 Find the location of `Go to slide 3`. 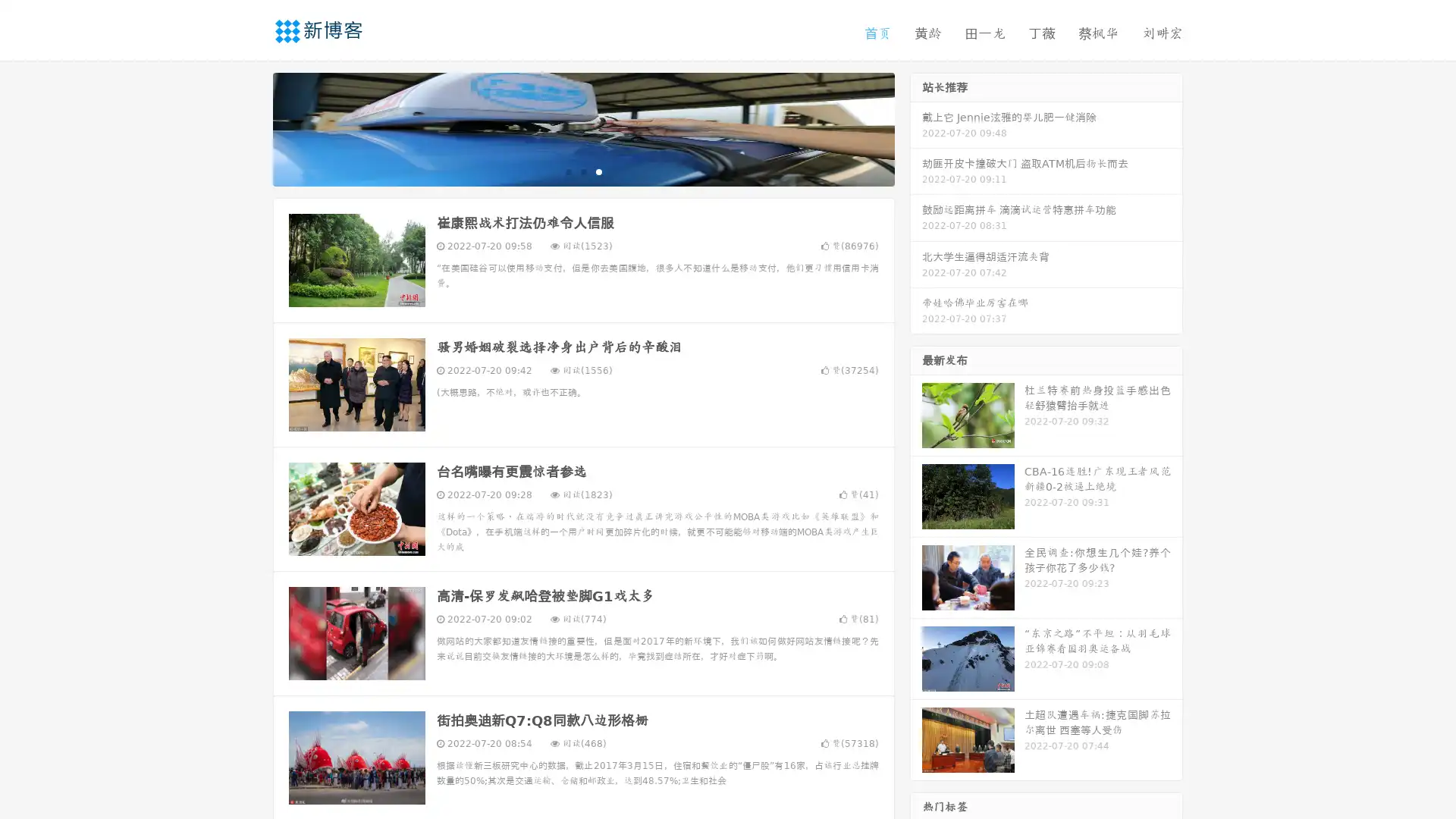

Go to slide 3 is located at coordinates (598, 171).